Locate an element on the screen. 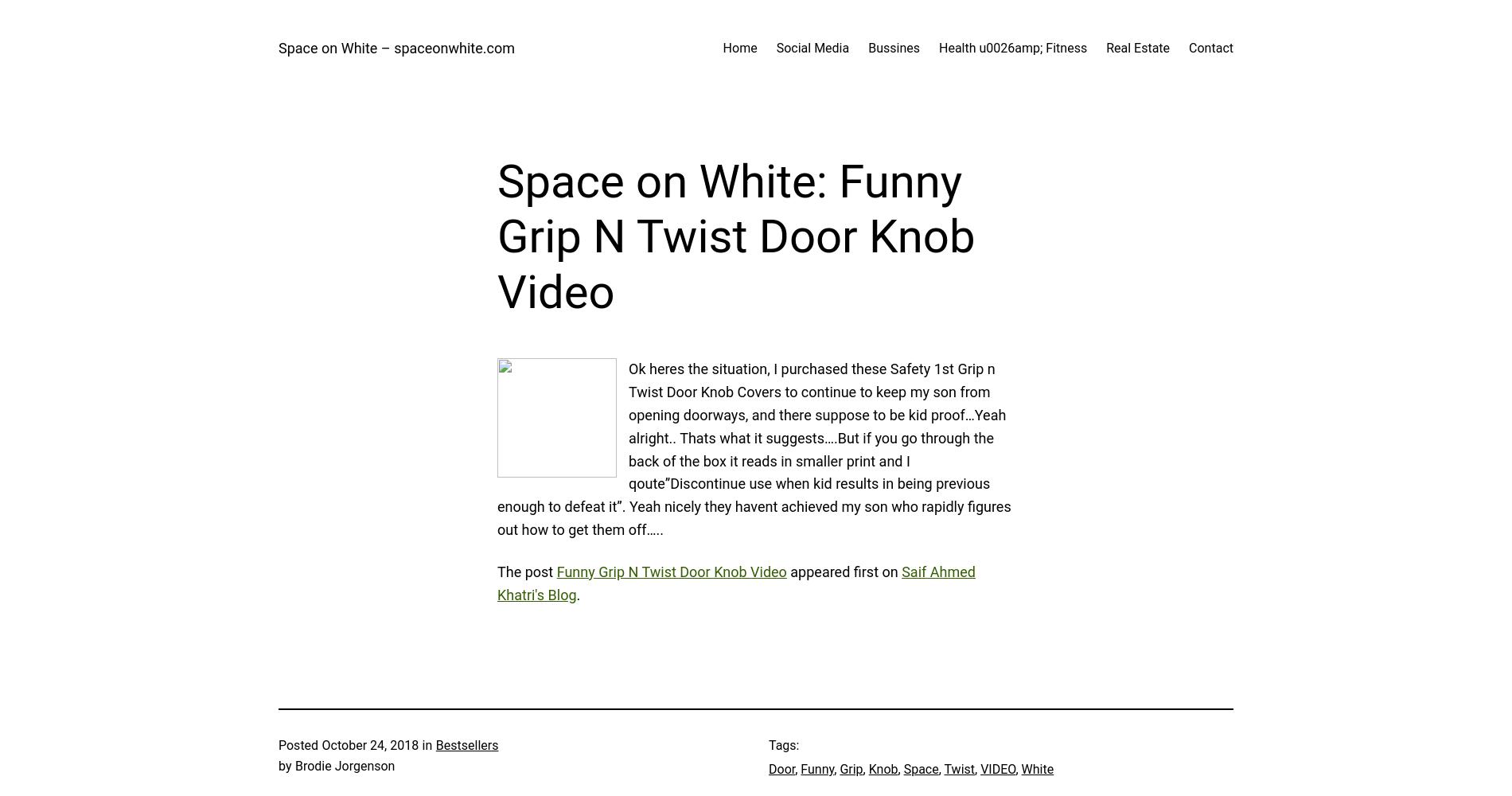  'Brodie Jorgenson' is located at coordinates (344, 764).